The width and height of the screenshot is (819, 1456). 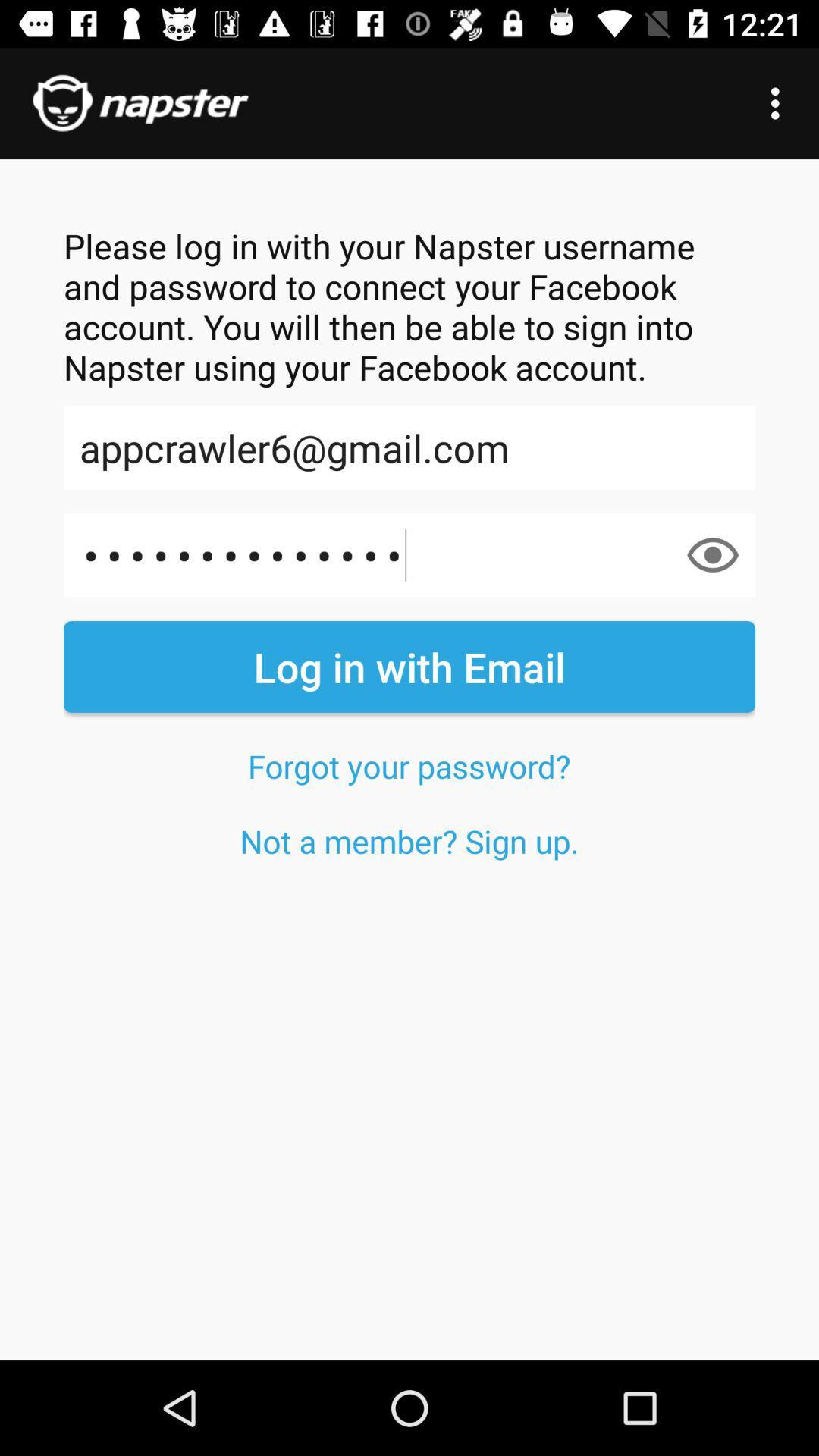 What do you see at coordinates (409, 840) in the screenshot?
I see `not a member item` at bounding box center [409, 840].